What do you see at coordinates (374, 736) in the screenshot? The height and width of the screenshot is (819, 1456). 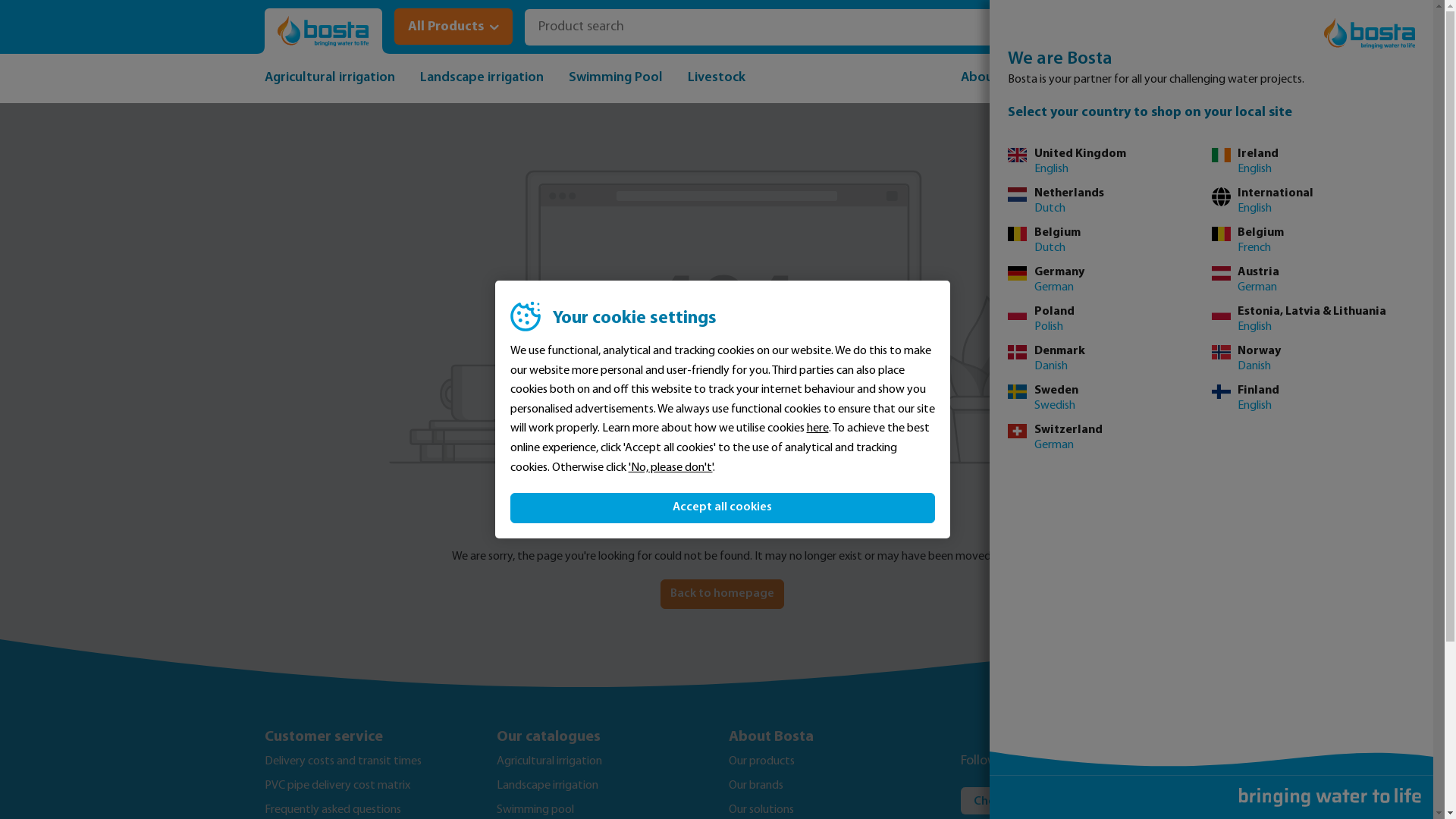 I see `'Customer service'` at bounding box center [374, 736].